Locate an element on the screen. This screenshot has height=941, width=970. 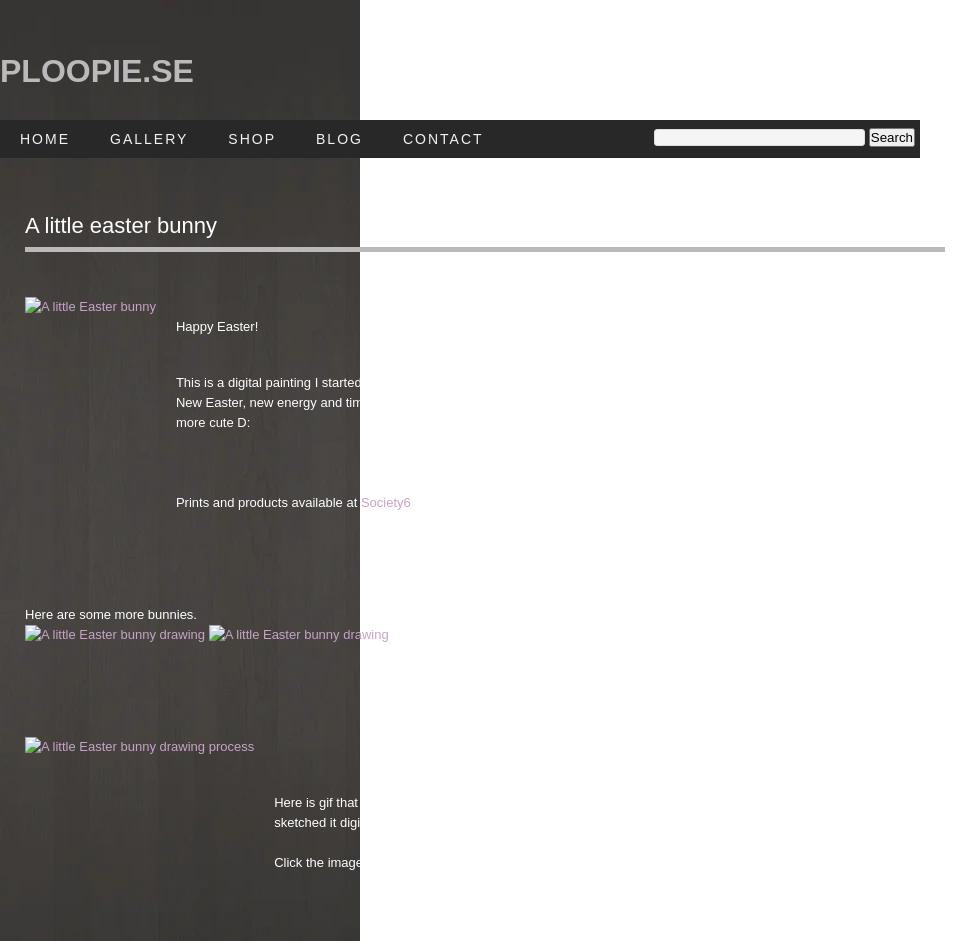
'This is a digital painting I started around last years Easter but never managed to finish it in time and forgot it after that.' is located at coordinates (514, 382).